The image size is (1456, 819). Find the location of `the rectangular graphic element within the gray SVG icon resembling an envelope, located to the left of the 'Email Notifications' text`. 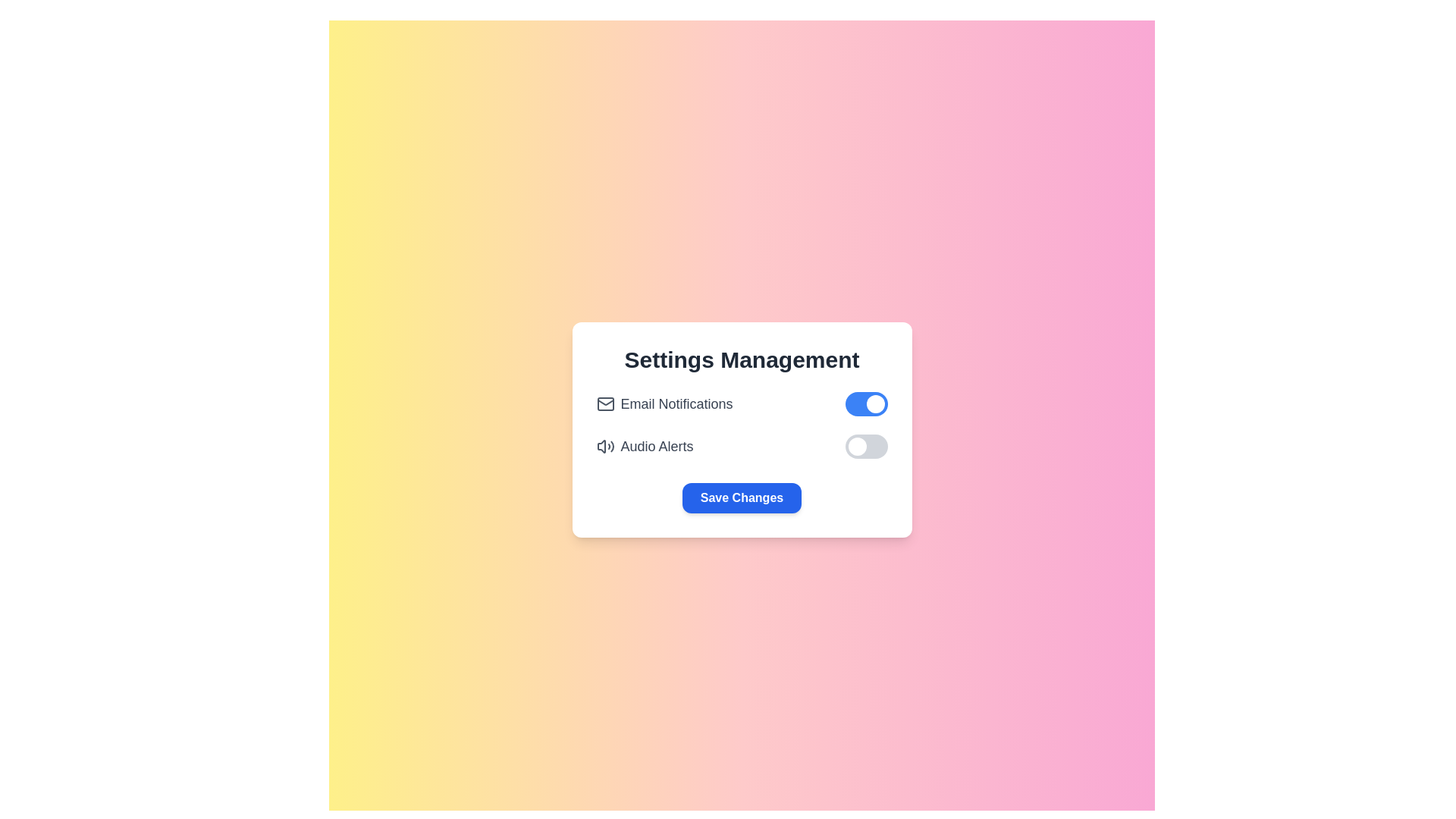

the rectangular graphic element within the gray SVG icon resembling an envelope, located to the left of the 'Email Notifications' text is located at coordinates (604, 403).